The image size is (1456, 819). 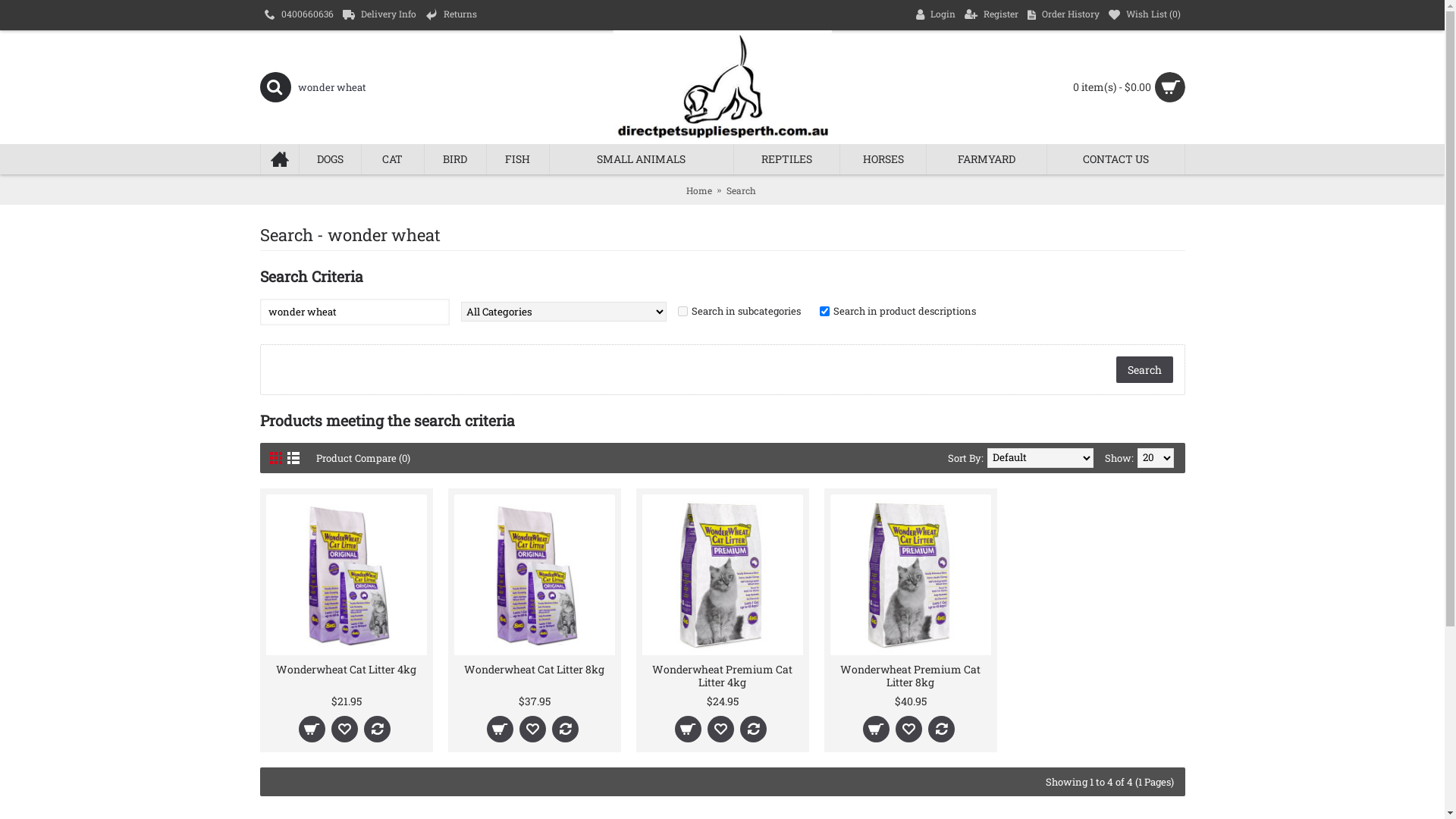 I want to click on 'Order History', so click(x=1022, y=14).